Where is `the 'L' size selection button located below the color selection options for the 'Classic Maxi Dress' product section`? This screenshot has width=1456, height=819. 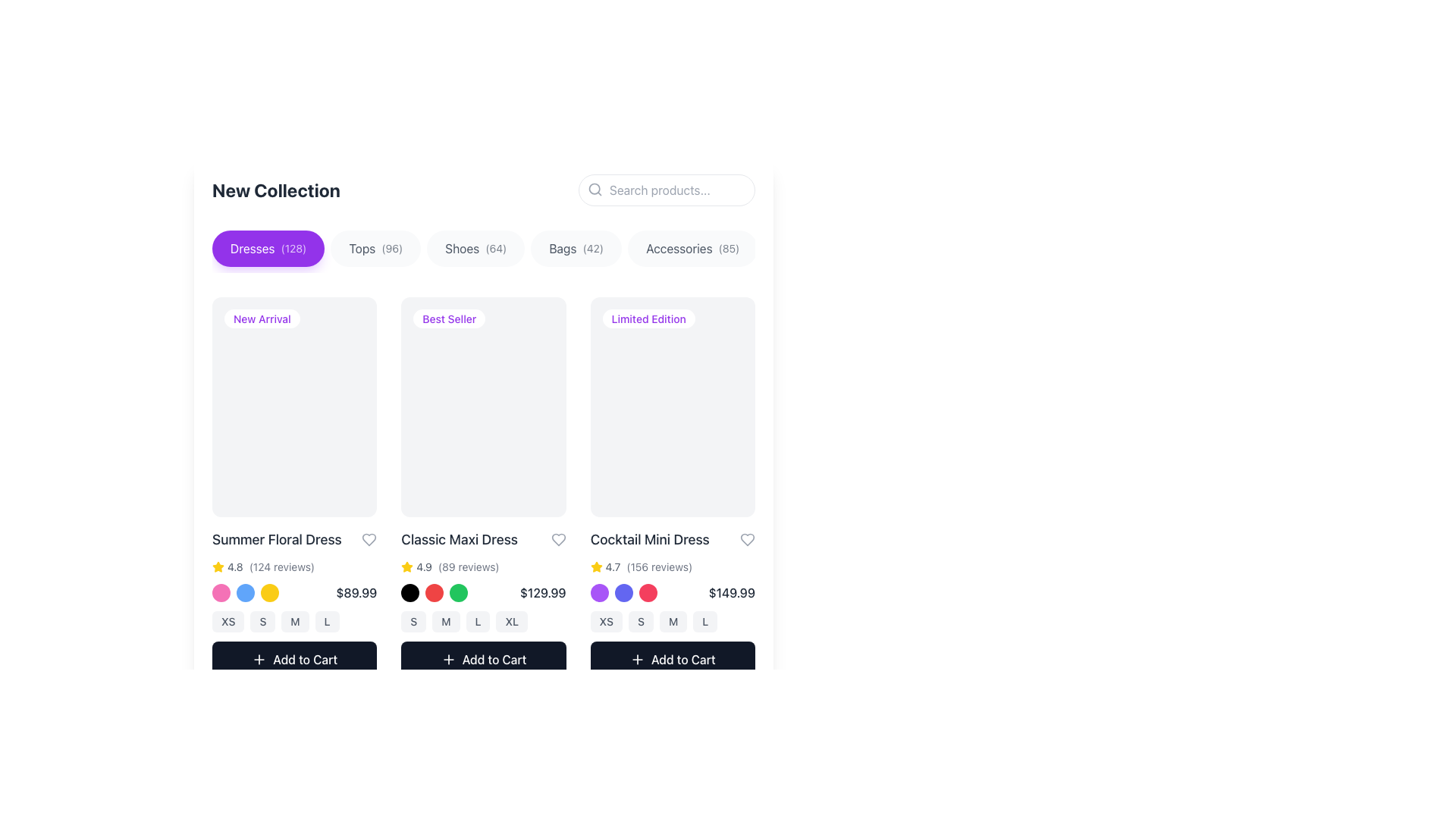 the 'L' size selection button located below the color selection options for the 'Classic Maxi Dress' product section is located at coordinates (477, 621).